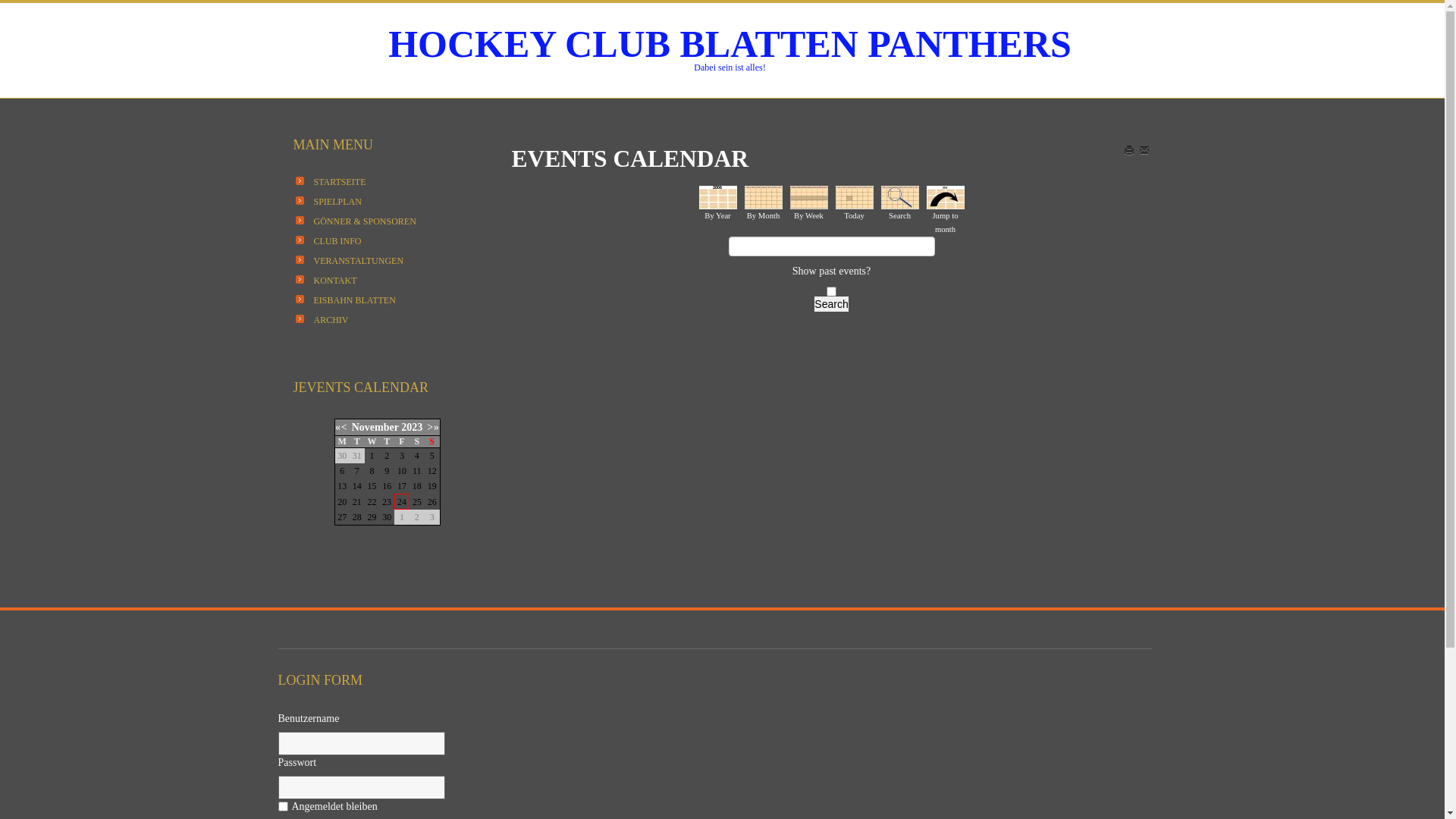 Image resolution: width=1456 pixels, height=819 pixels. I want to click on '3', so click(401, 455).